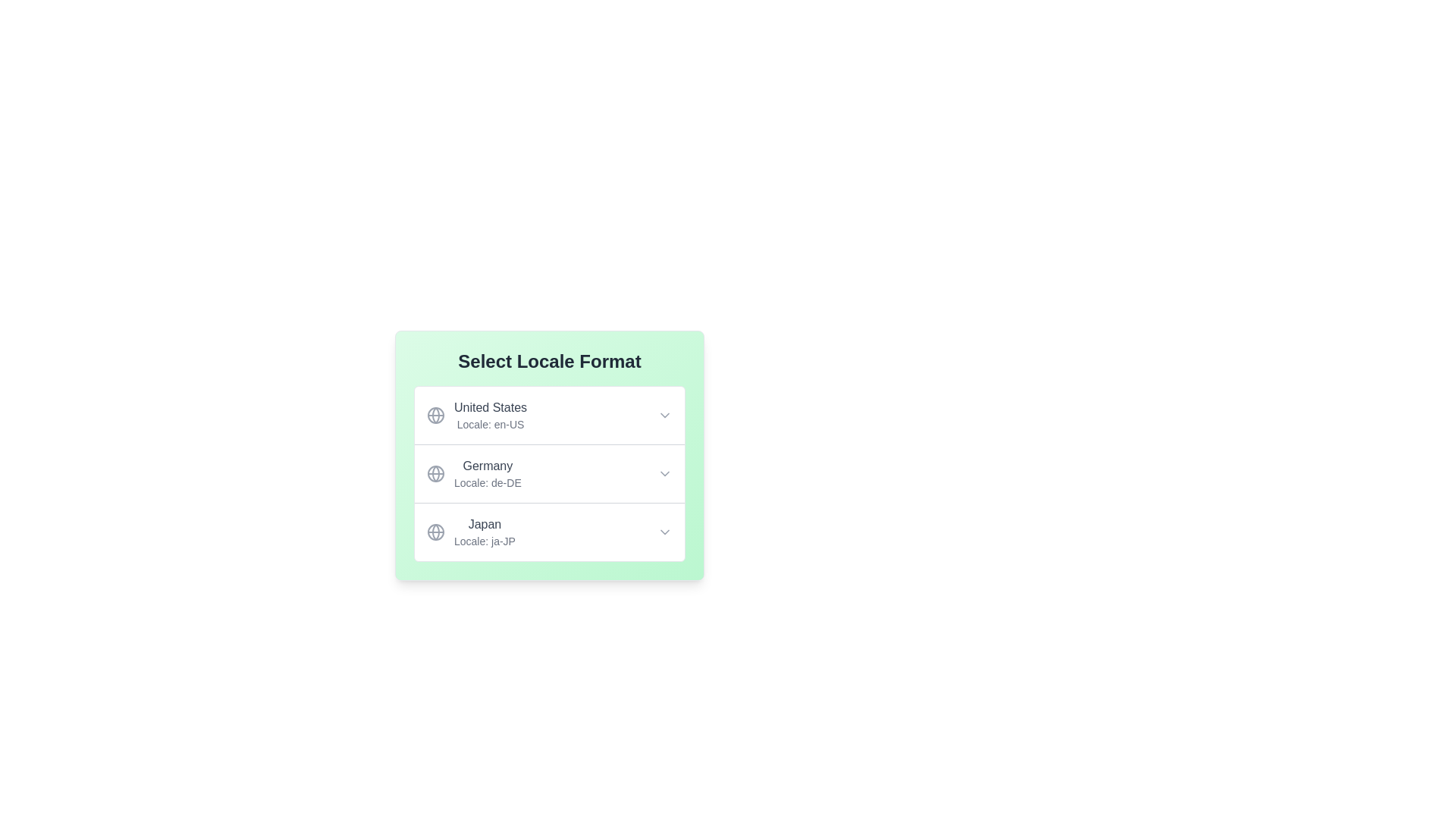 The height and width of the screenshot is (819, 1456). Describe the element at coordinates (491, 415) in the screenshot. I see `the Text Label indicating the locale setting for 'United States' with locale code 'en-US', located at the top of the list under 'Select Locale Format'` at that location.